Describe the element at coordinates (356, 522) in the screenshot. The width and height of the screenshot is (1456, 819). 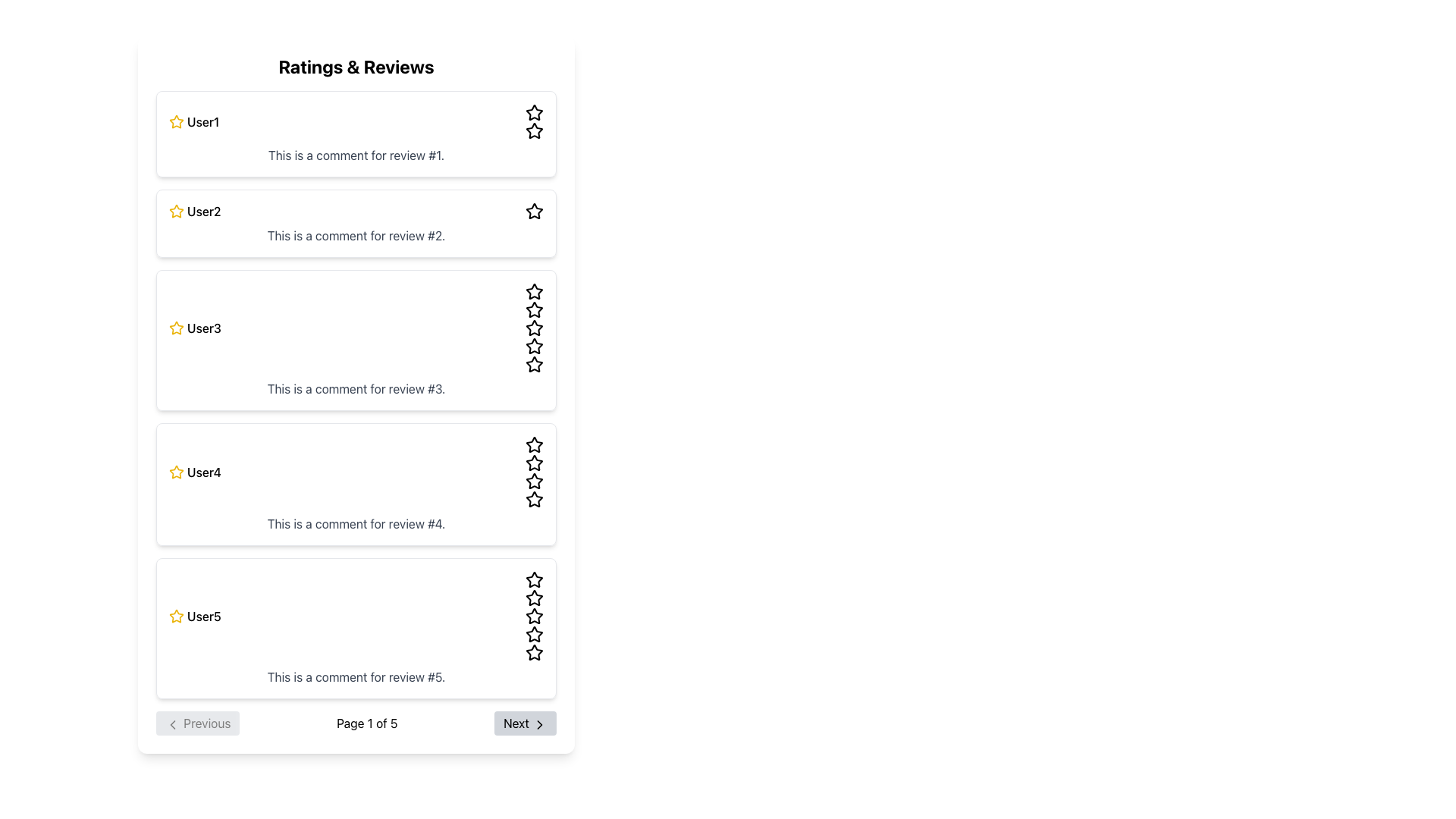
I see `the comment text 'This is a comment for review #4.' located below 'User4' in the fourth review section` at that location.